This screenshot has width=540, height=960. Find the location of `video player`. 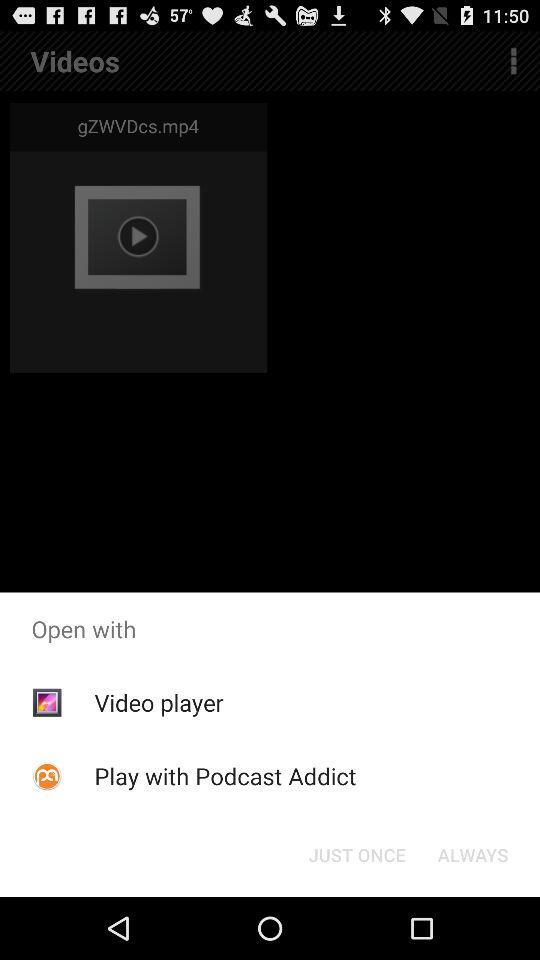

video player is located at coordinates (157, 702).